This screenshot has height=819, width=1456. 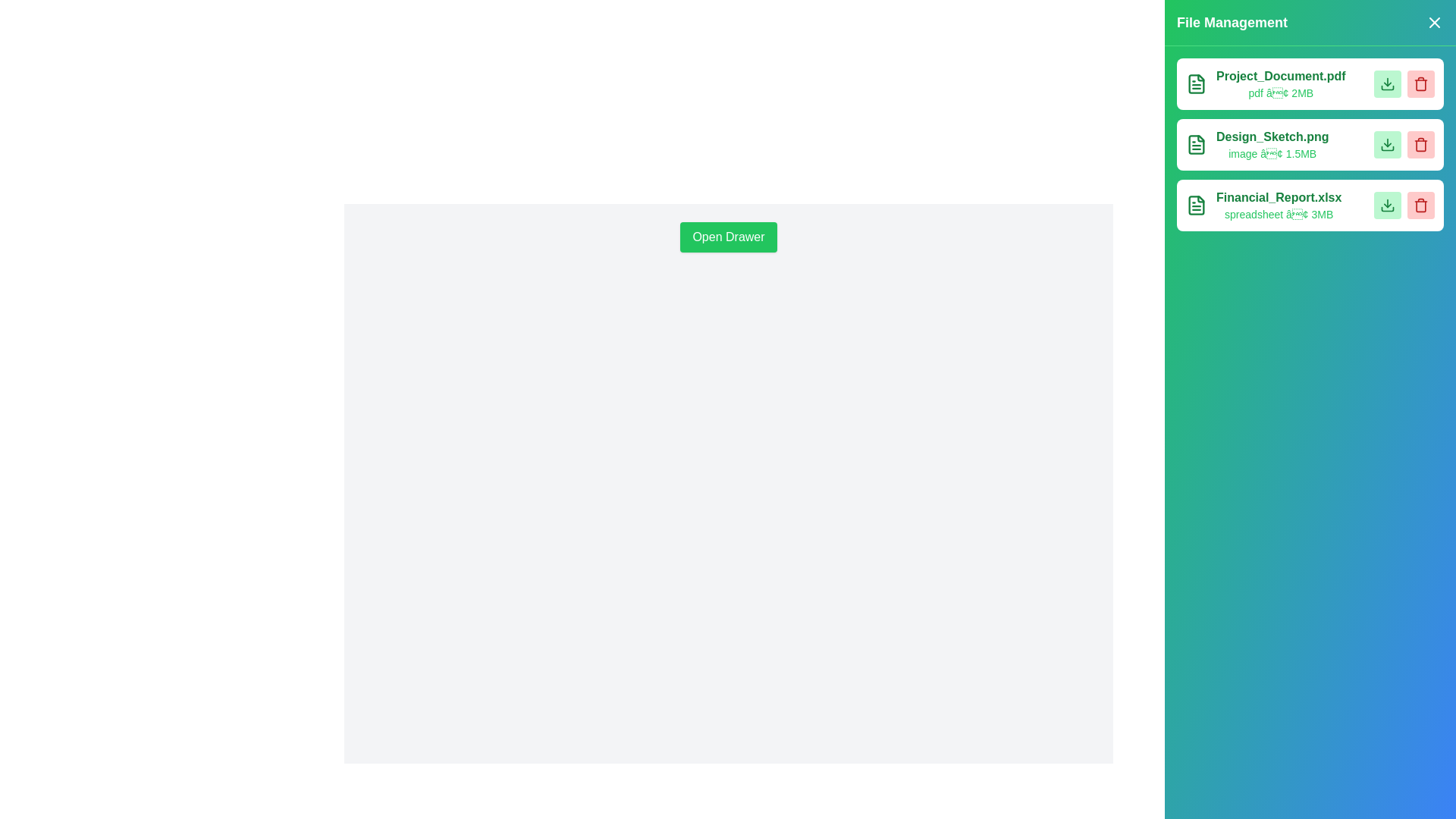 What do you see at coordinates (1387, 145) in the screenshot?
I see `the 'Download' button for the file Design_Sketch.png` at bounding box center [1387, 145].